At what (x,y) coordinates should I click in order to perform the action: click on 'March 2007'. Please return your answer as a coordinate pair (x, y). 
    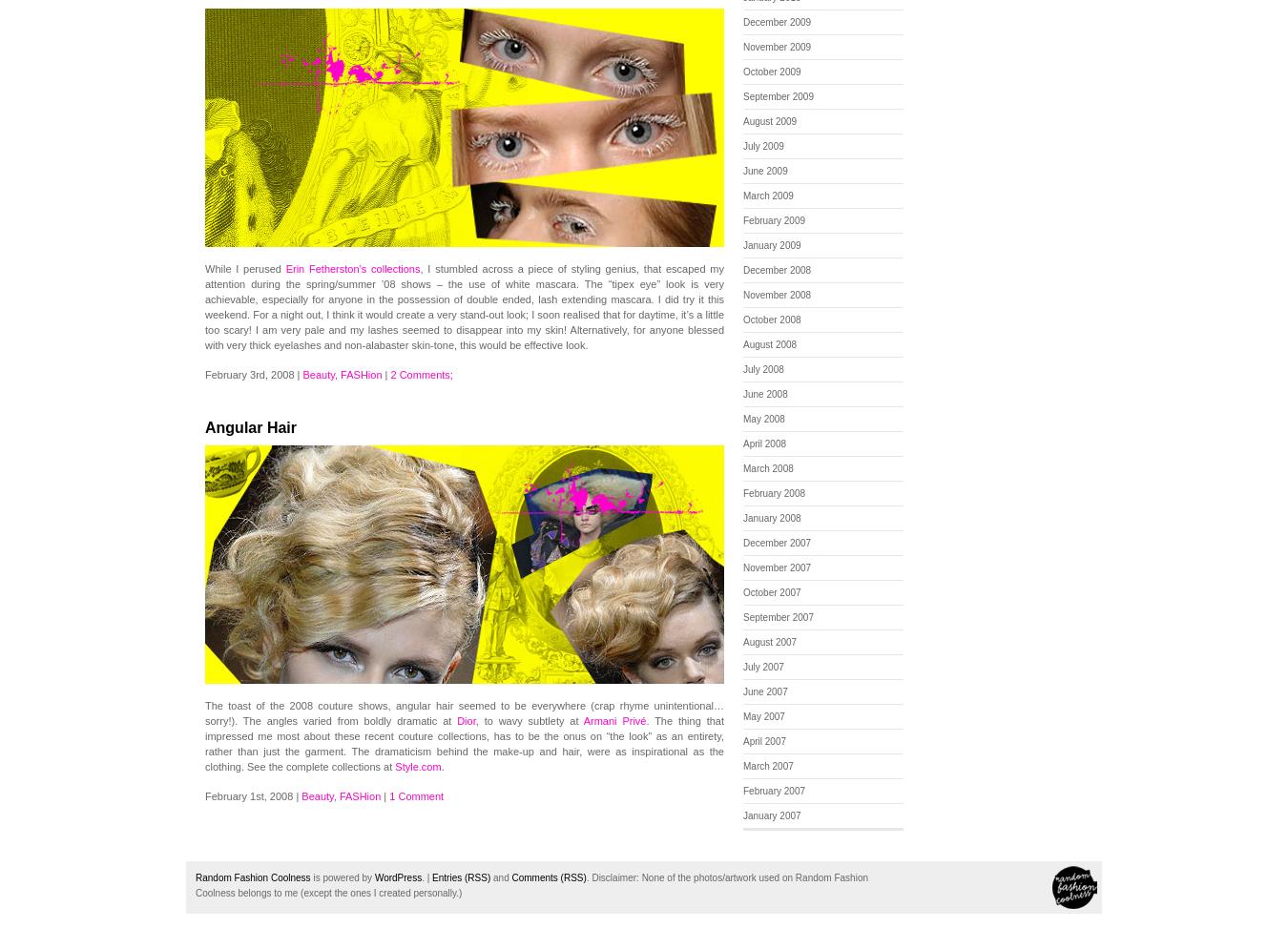
    Looking at the image, I should click on (768, 765).